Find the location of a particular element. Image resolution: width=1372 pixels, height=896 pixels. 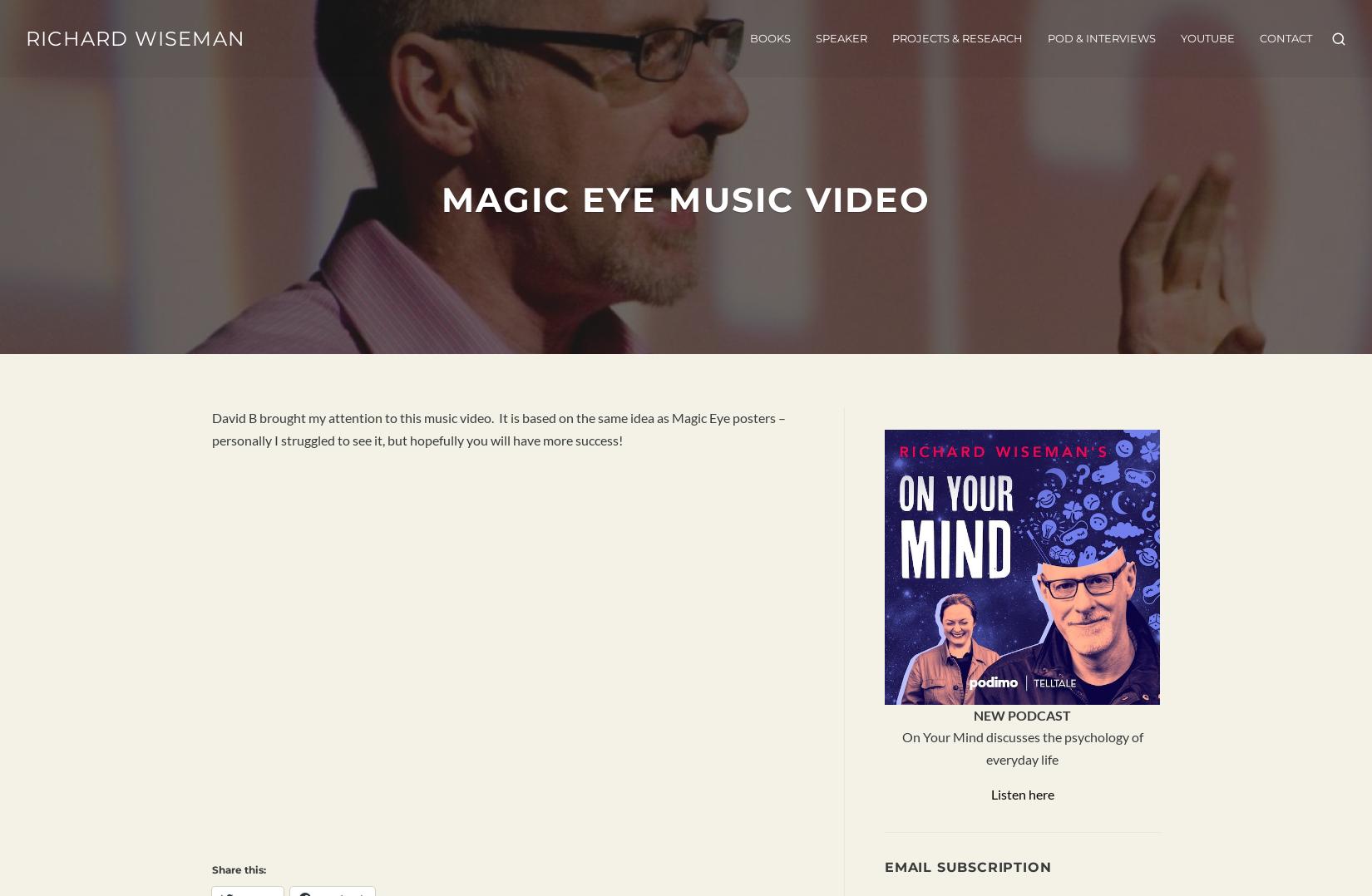

'Listen here' is located at coordinates (1021, 792).